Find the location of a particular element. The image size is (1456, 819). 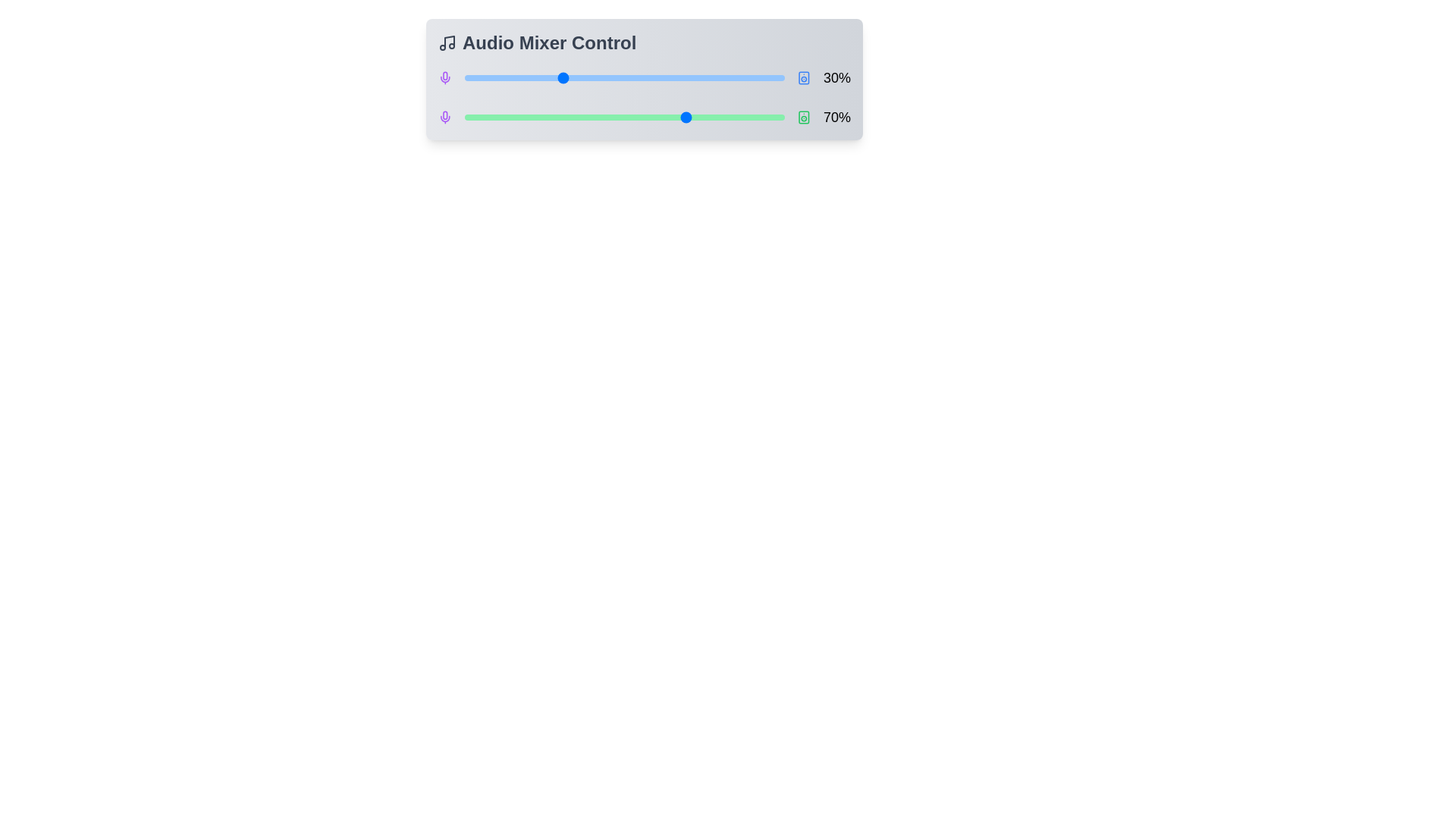

the slider is located at coordinates (509, 116).